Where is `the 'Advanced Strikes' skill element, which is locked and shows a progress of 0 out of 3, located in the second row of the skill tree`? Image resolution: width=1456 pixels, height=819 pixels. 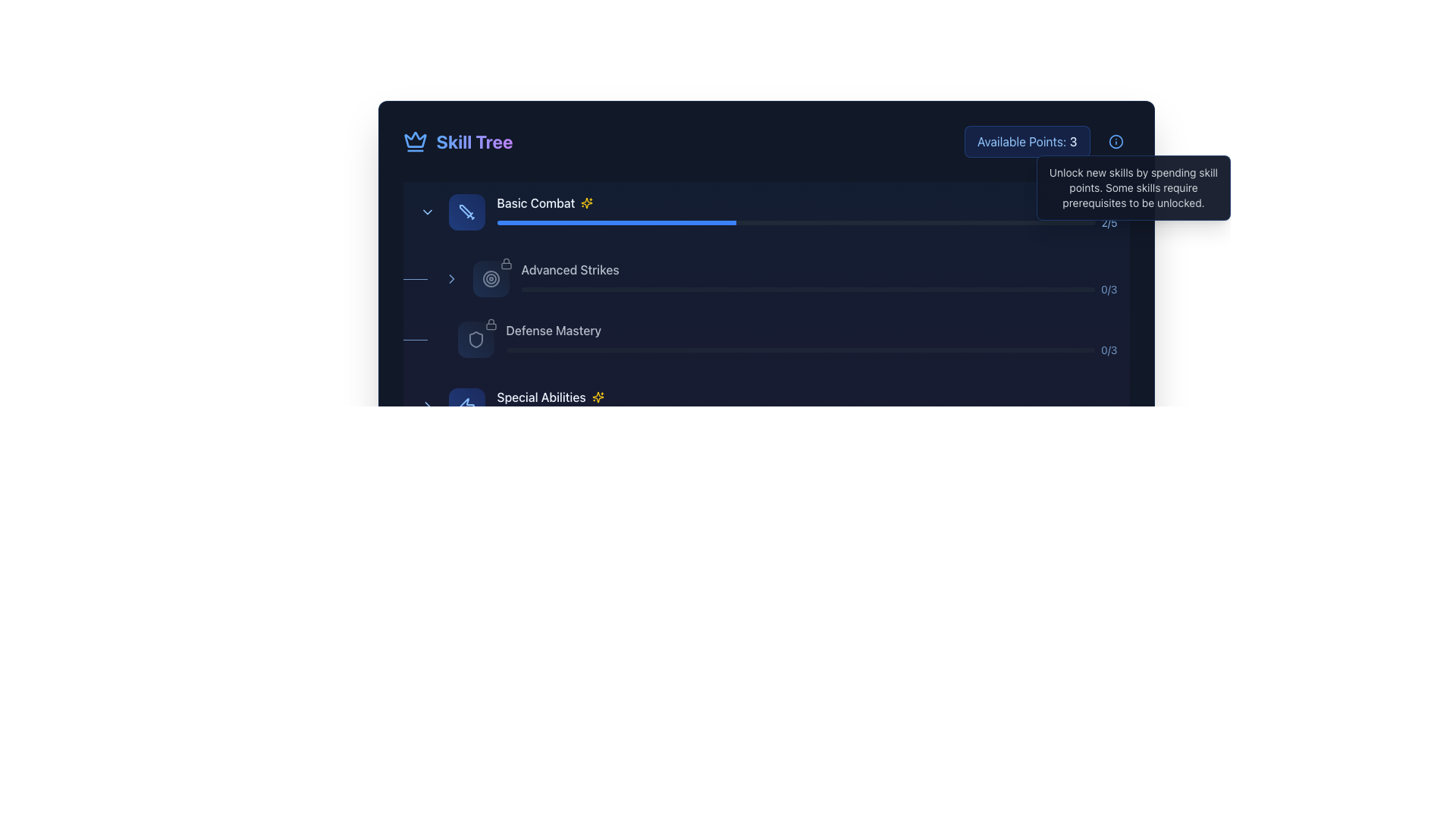
the 'Advanced Strikes' skill element, which is locked and shows a progress of 0 out of 3, located in the second row of the skill tree is located at coordinates (766, 278).